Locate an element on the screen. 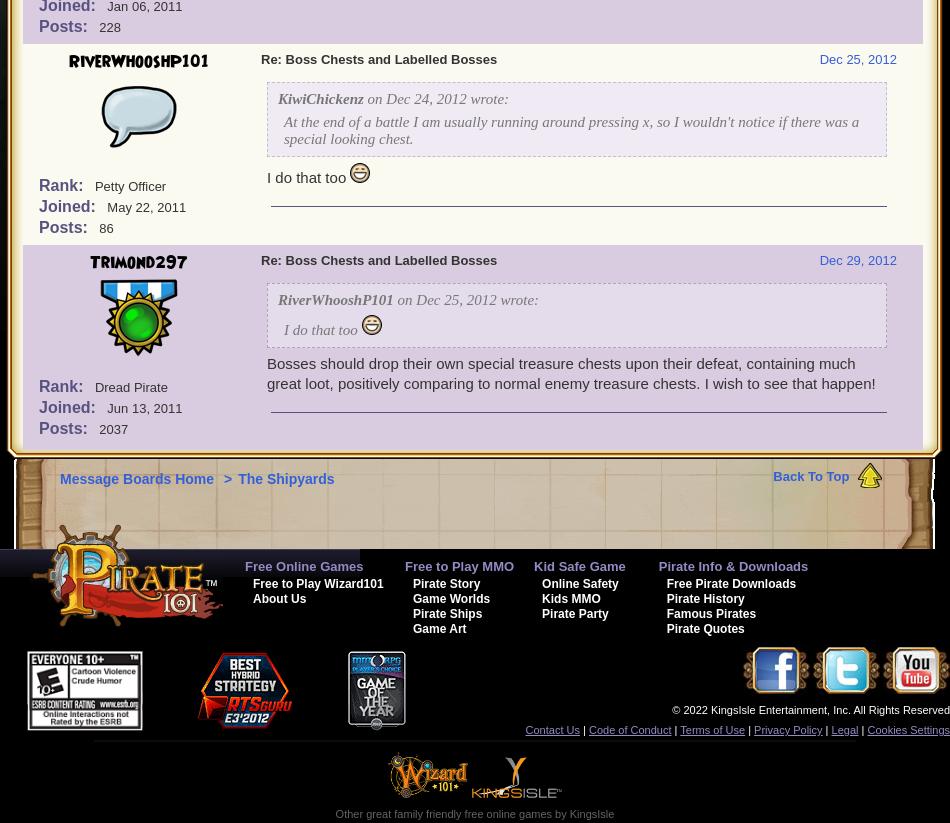 Image resolution: width=950 pixels, height=823 pixels. 'At the end of a battle I am usually running around pressing x, so I wouldn't notice if there was a special looking chest.' is located at coordinates (571, 130).